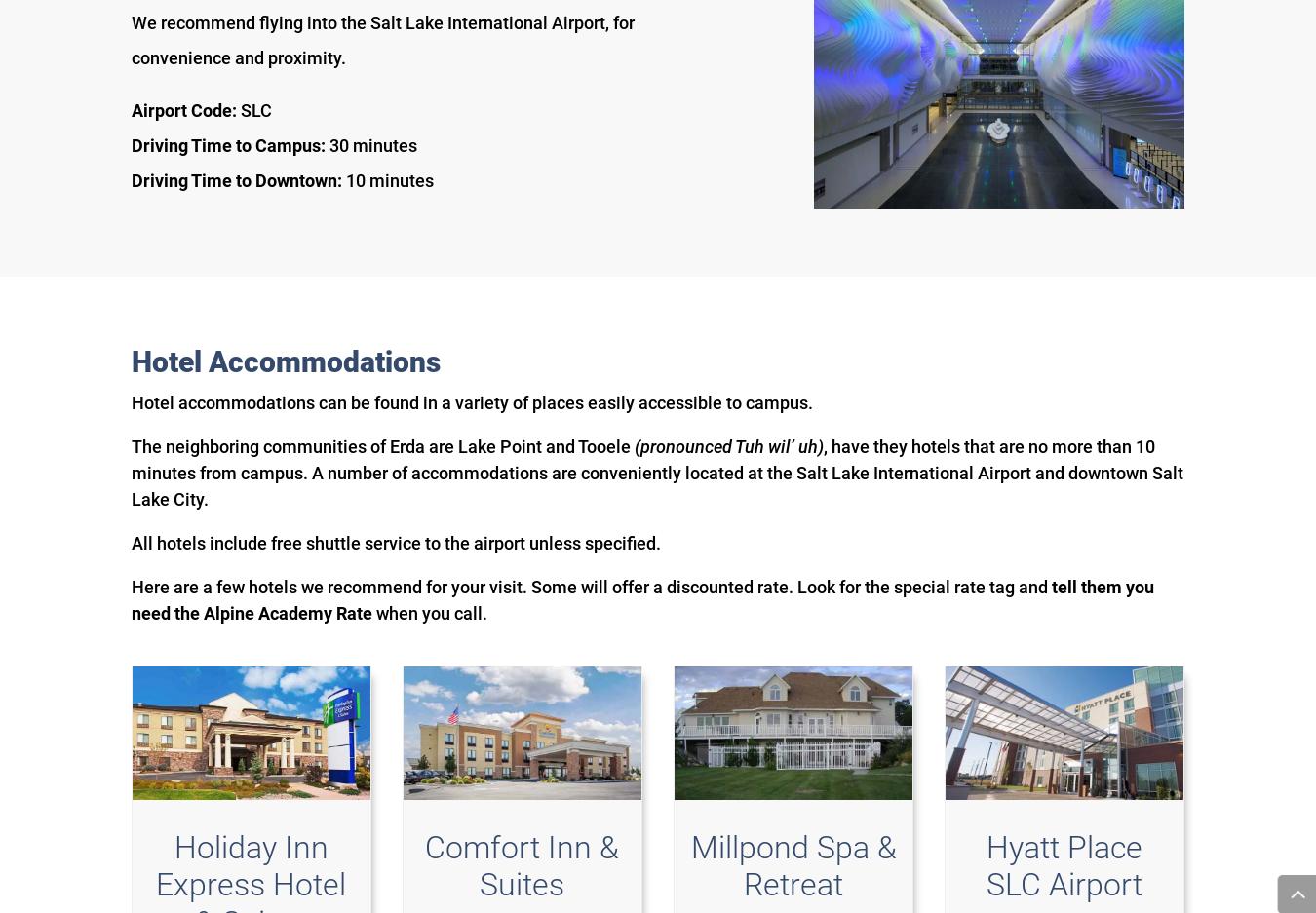  What do you see at coordinates (285, 360) in the screenshot?
I see `'Hotel Accommodations'` at bounding box center [285, 360].